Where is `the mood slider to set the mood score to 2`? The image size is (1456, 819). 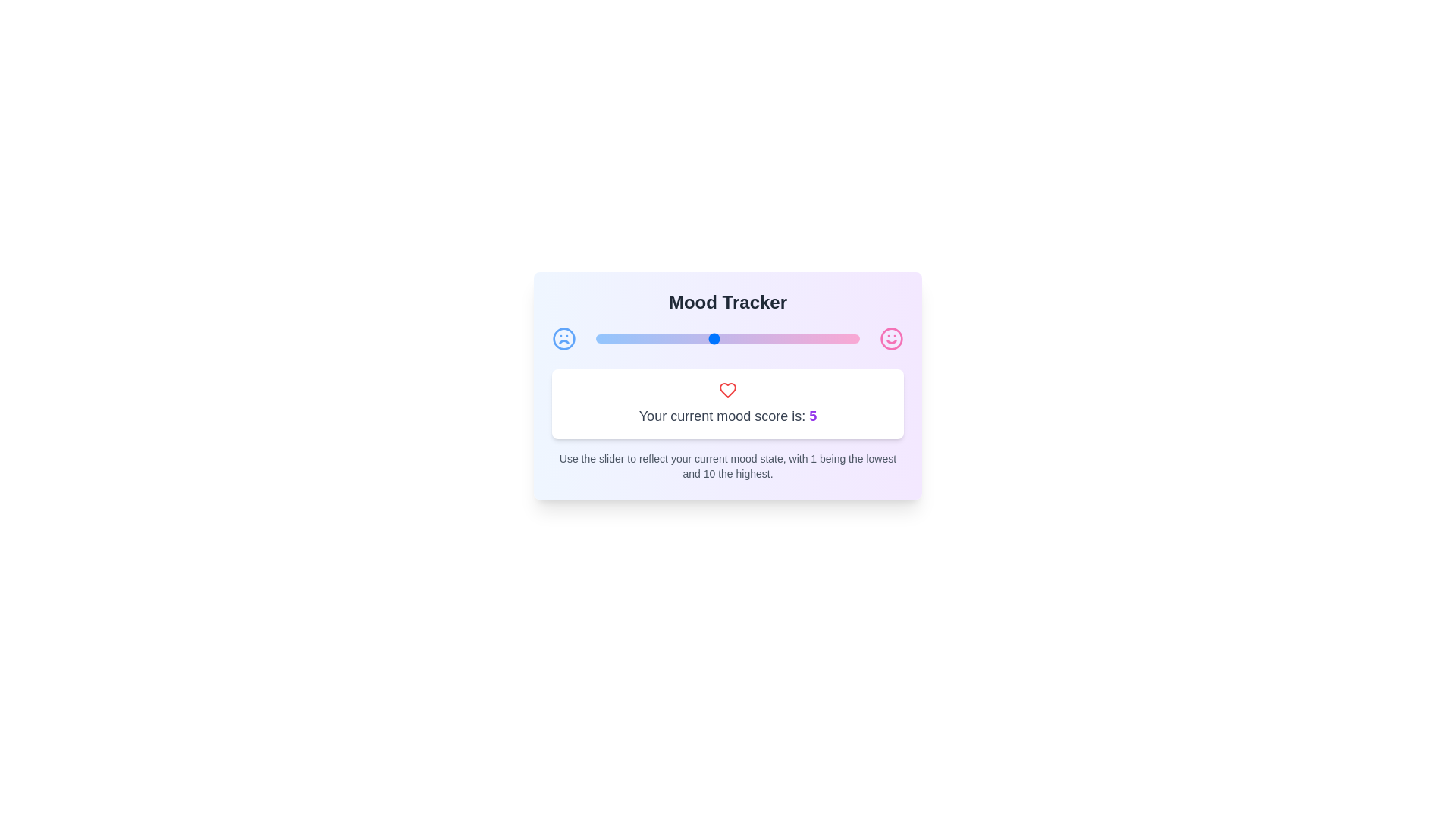 the mood slider to set the mood score to 2 is located at coordinates (625, 338).